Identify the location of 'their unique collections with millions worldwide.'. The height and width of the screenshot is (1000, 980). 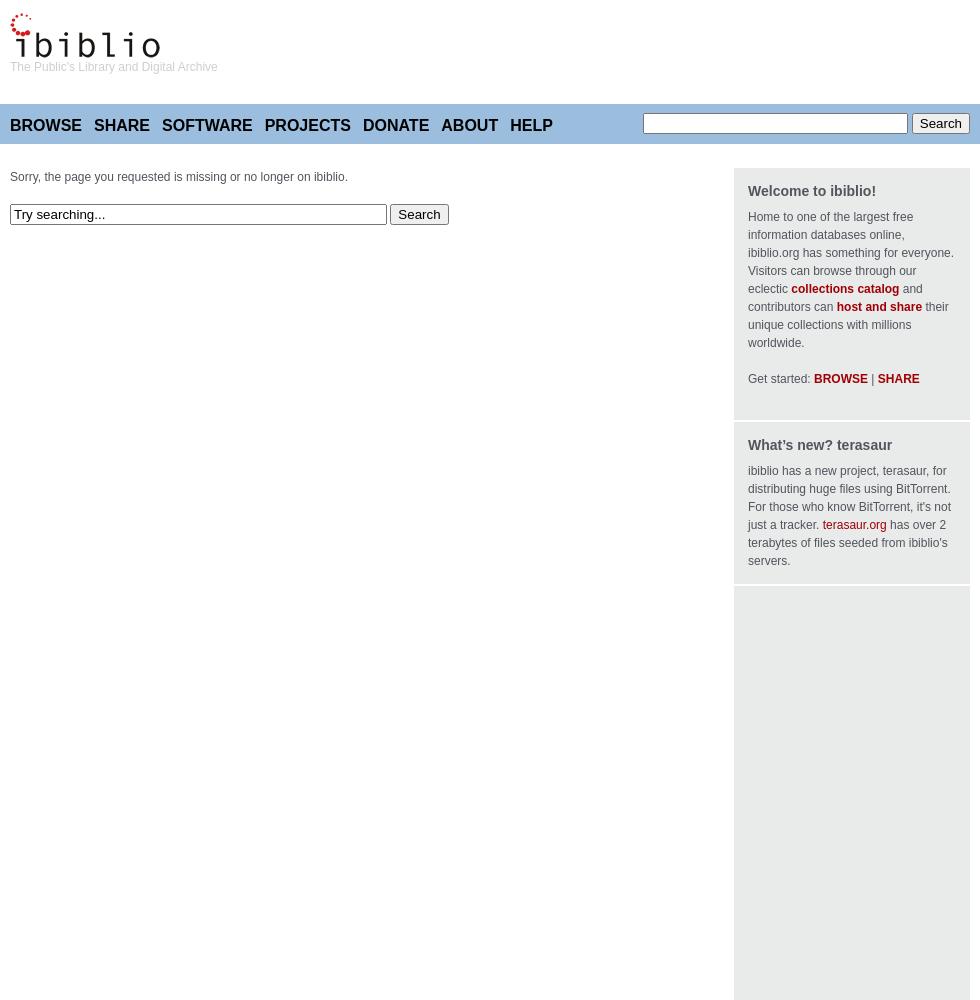
(847, 324).